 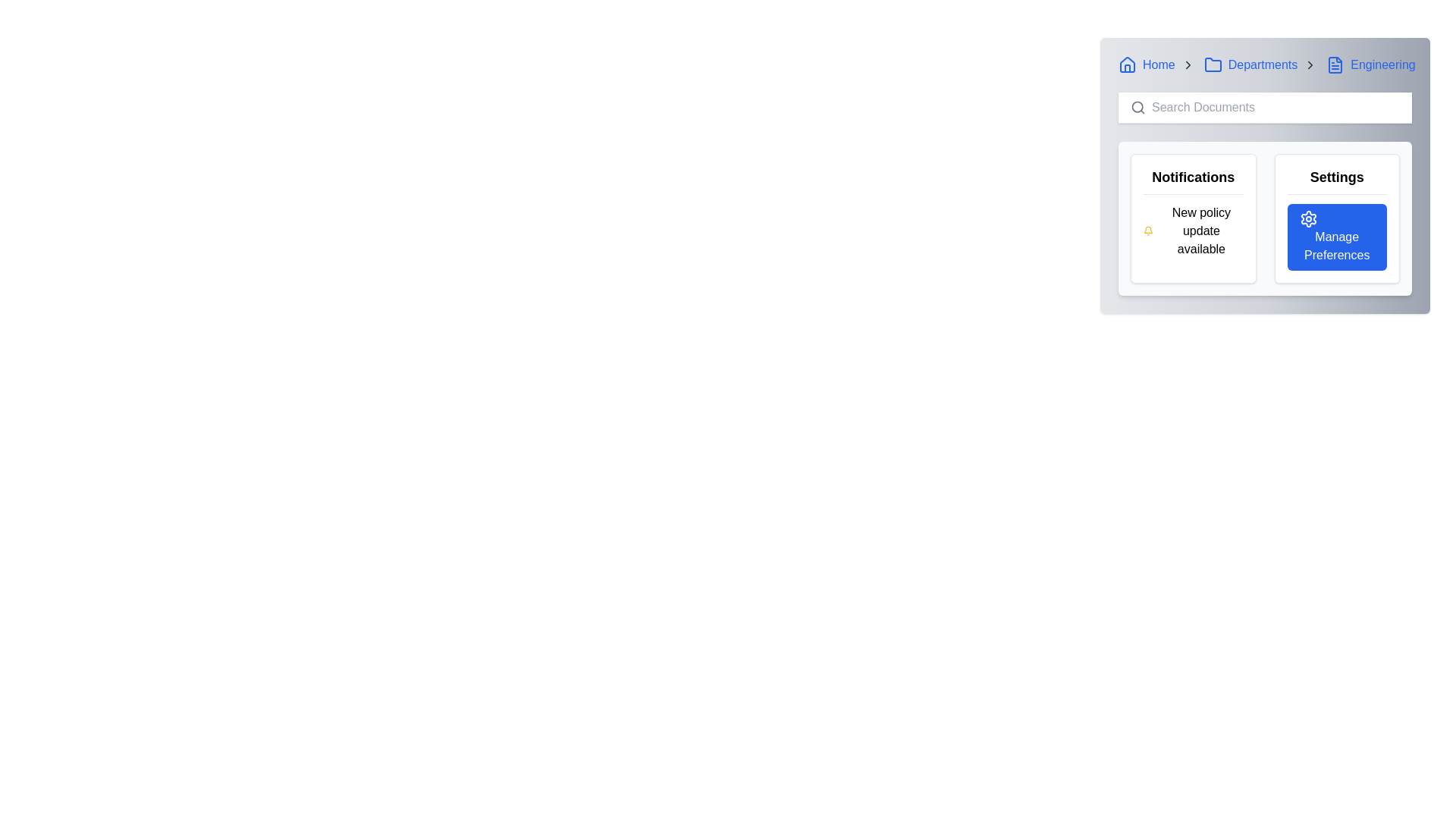 I want to click on the right-facing chevron arrow icon within the SVG component, which separates the 'Departments' label from the 'Engineering' label in the header bar, so click(x=1187, y=64).